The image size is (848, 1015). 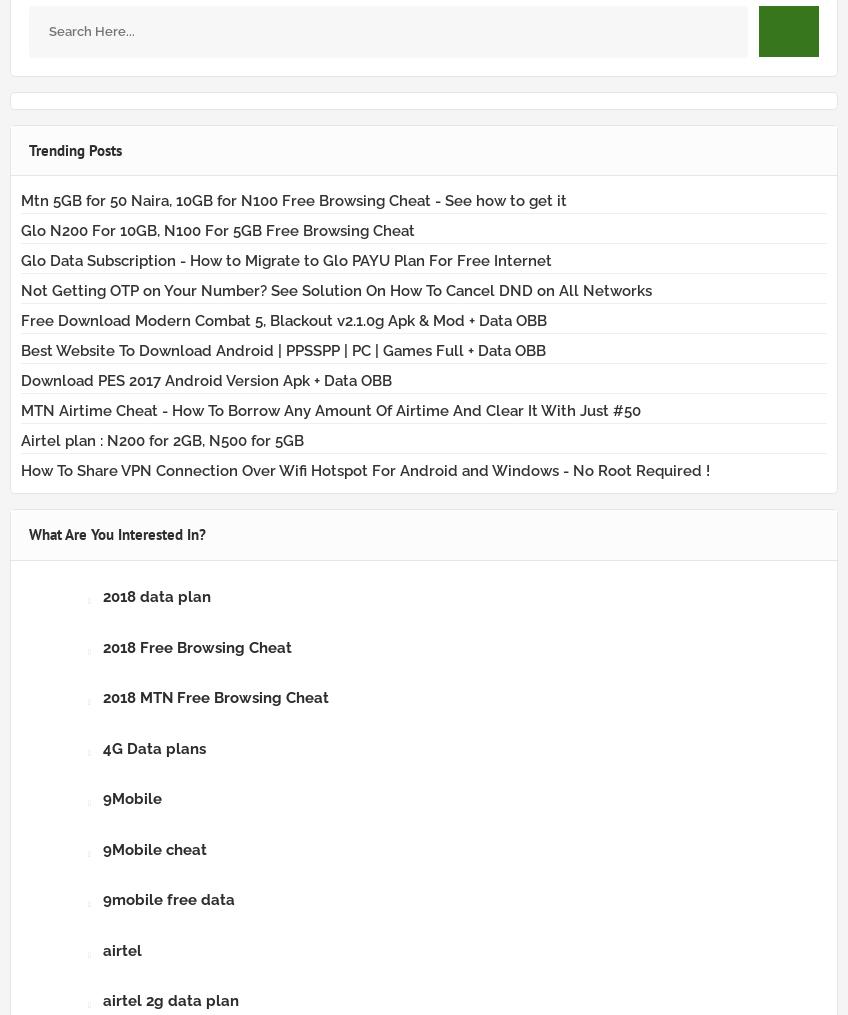 What do you see at coordinates (197, 645) in the screenshot?
I see `'2018 Free Browsing Cheat'` at bounding box center [197, 645].